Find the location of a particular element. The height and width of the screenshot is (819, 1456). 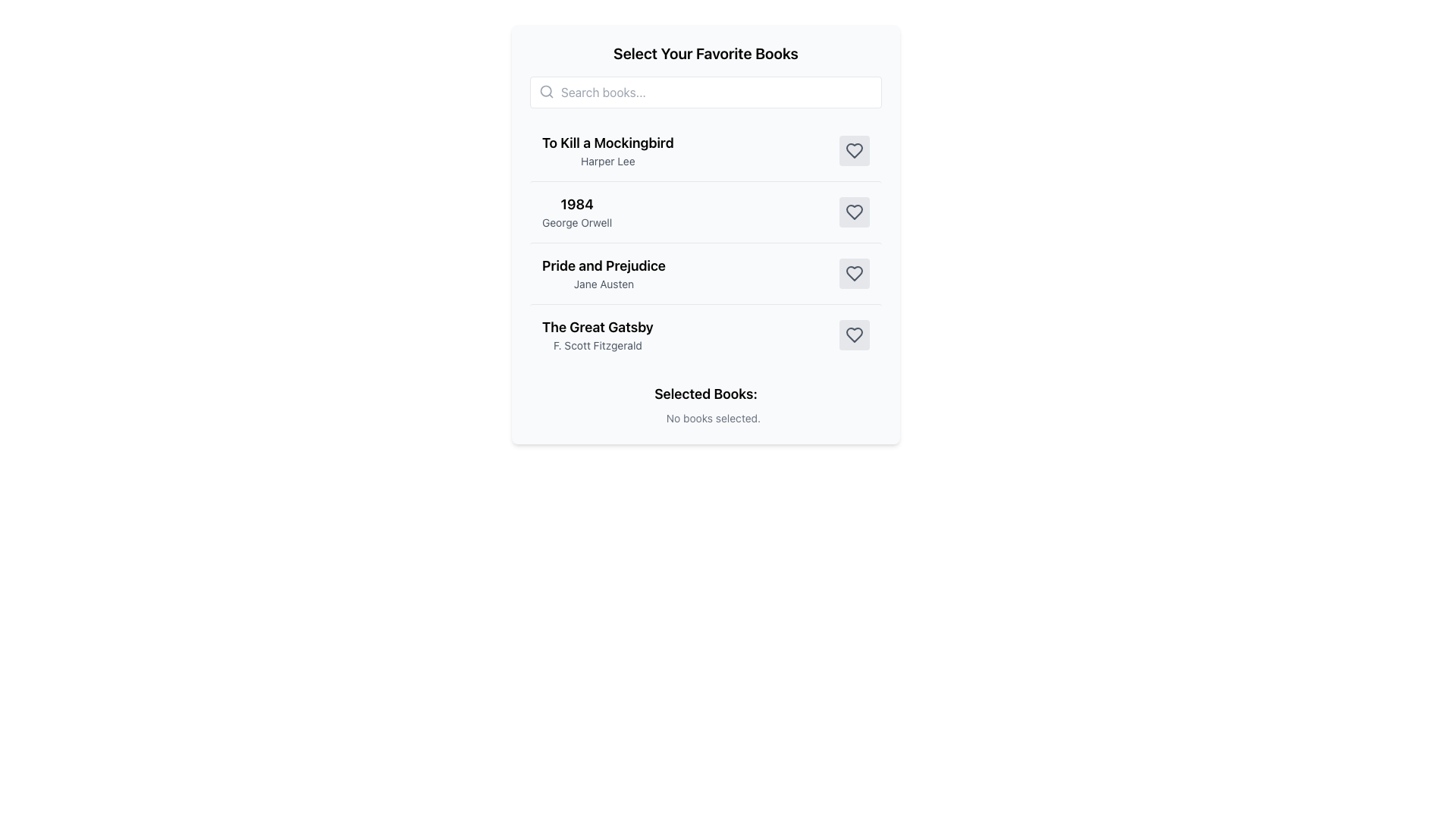

the heart icon button located to the right of 'The Great Gatsby' to mark it as selected is located at coordinates (855, 334).